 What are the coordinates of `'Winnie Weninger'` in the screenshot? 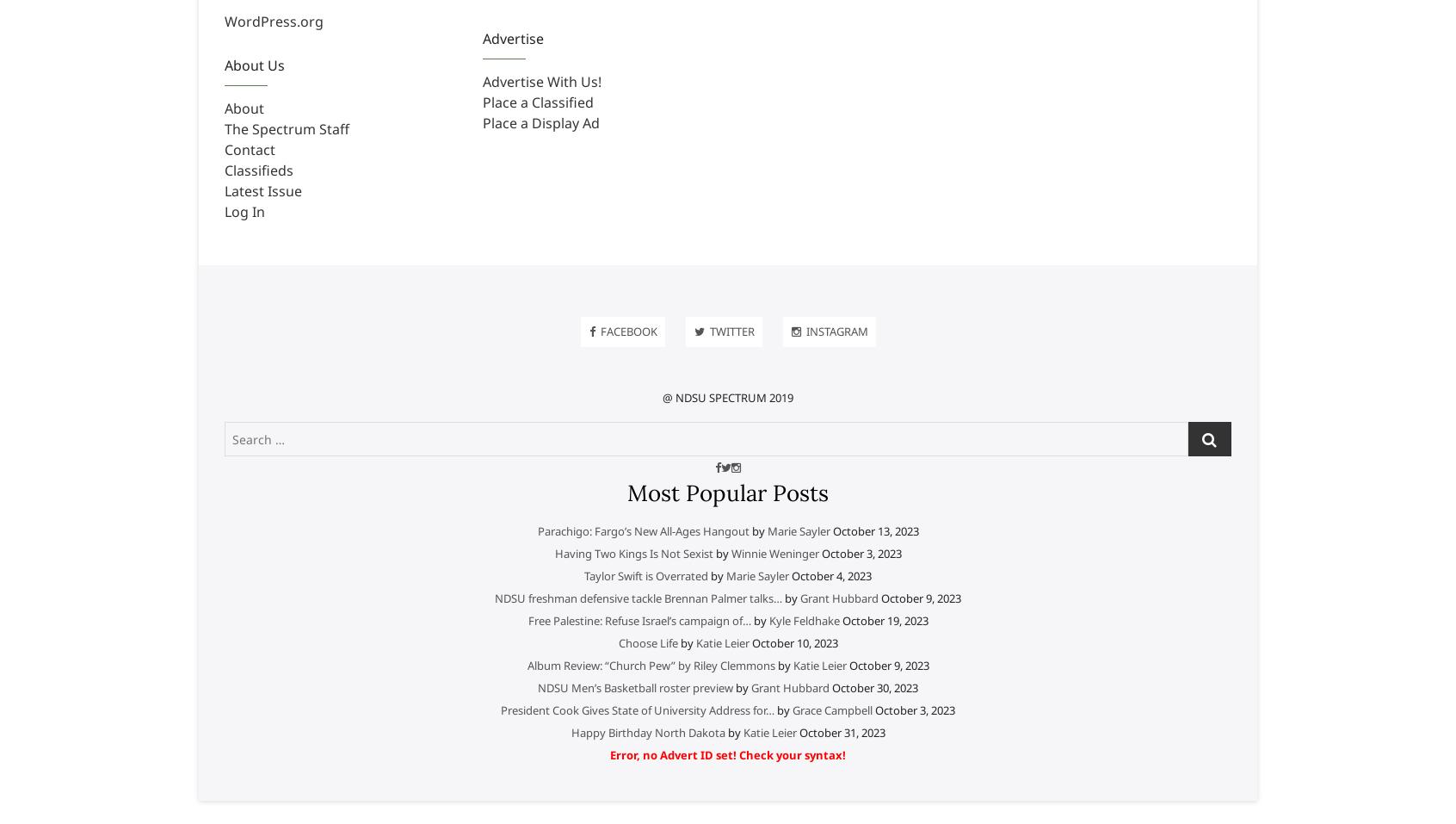 It's located at (773, 553).